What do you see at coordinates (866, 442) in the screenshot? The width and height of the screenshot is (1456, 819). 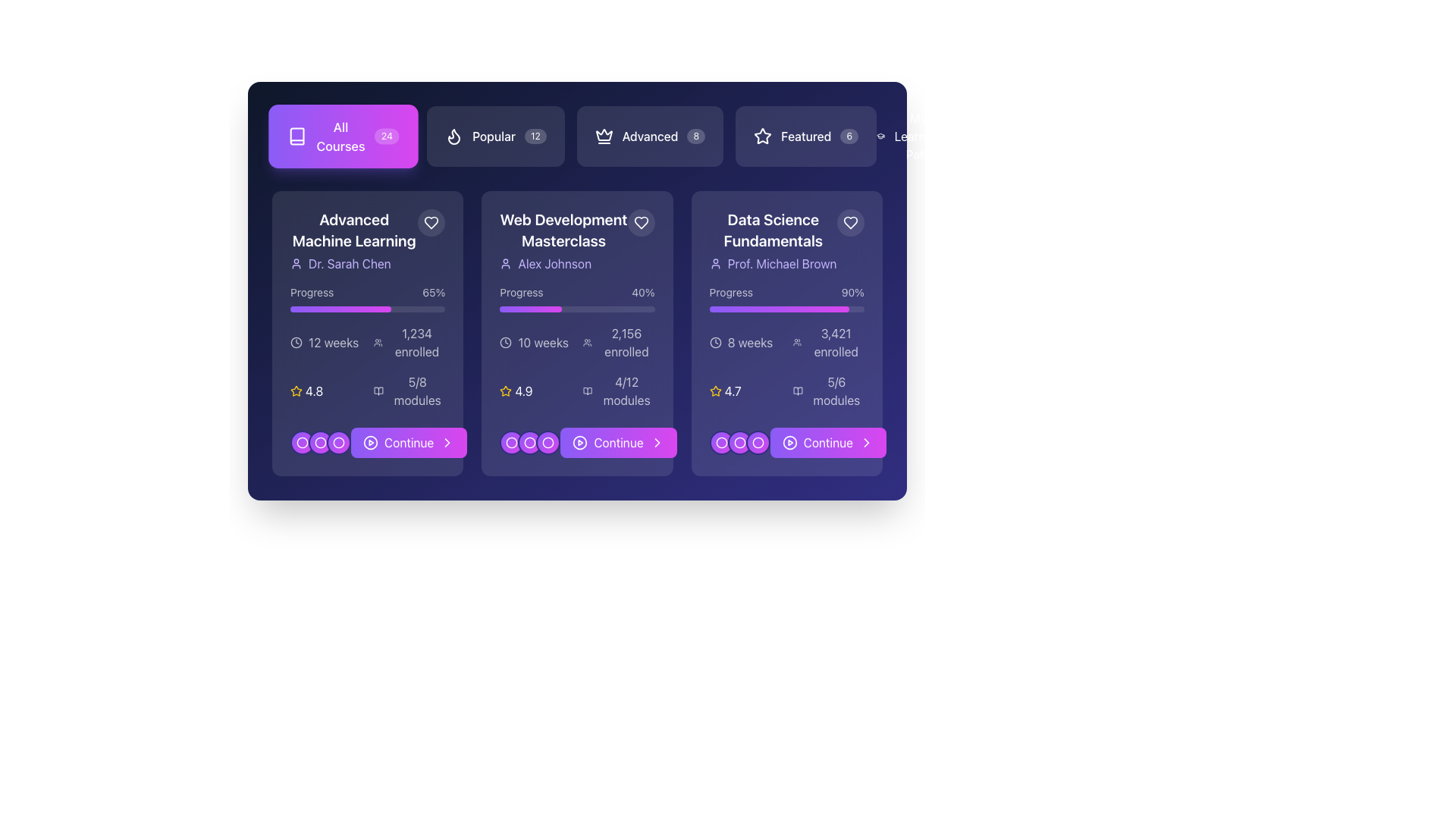 I see `the chevron icon located within the 'Continue' button of the third course card (Data Science Fundamentals)` at bounding box center [866, 442].